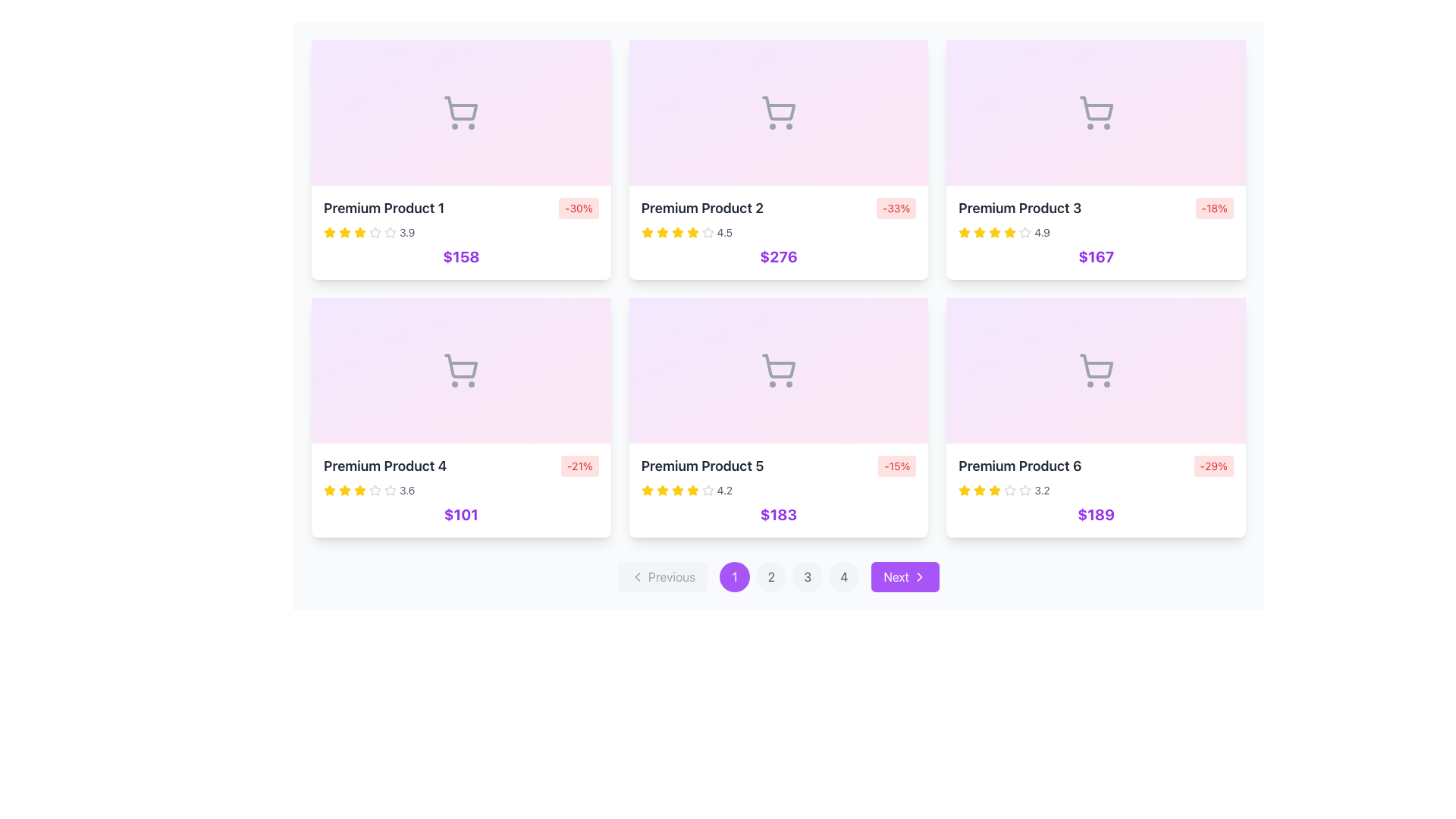  What do you see at coordinates (384, 208) in the screenshot?
I see `the 'Premium Product 1' text label` at bounding box center [384, 208].